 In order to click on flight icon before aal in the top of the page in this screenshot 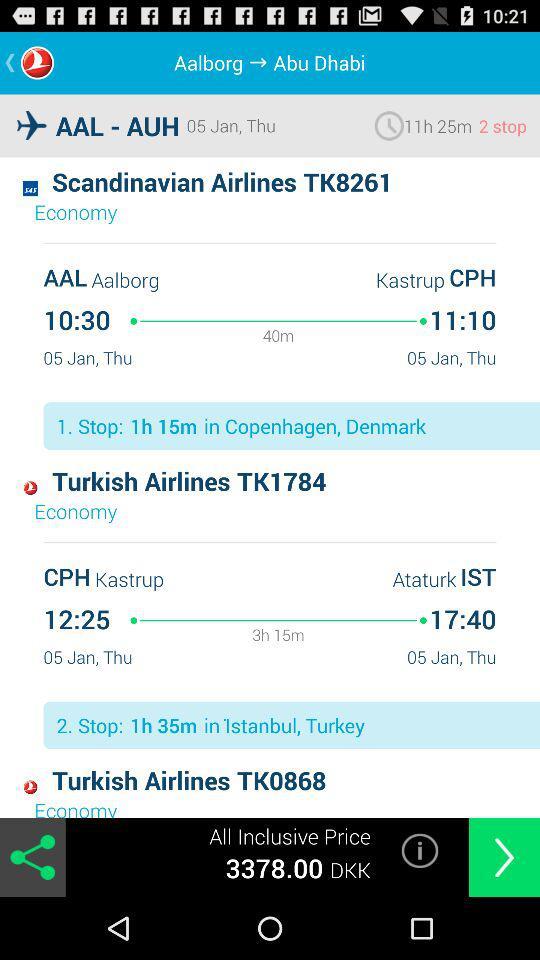, I will do `click(31, 124)`.